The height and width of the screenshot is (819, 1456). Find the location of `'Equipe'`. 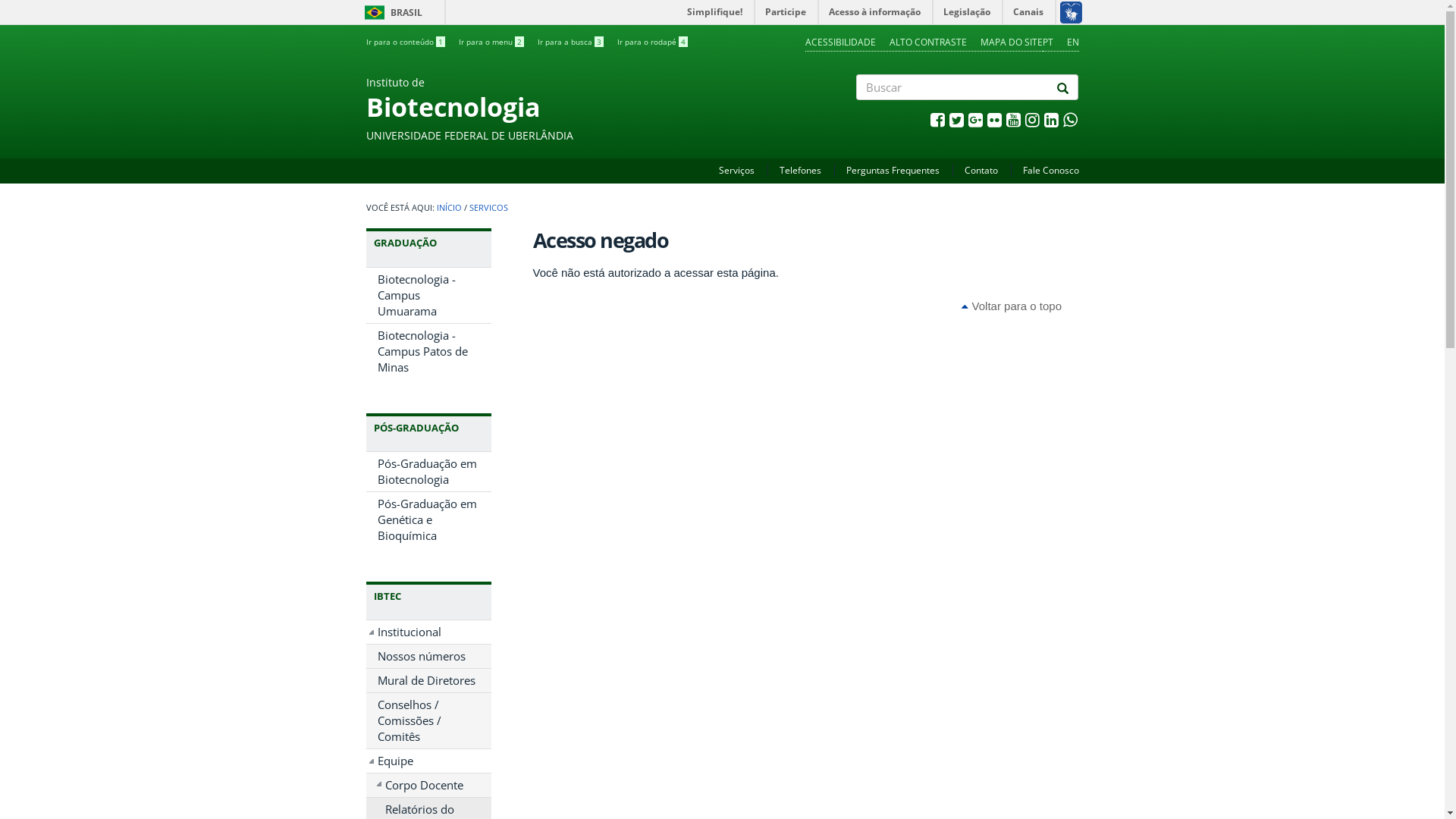

'Equipe' is located at coordinates (427, 761).